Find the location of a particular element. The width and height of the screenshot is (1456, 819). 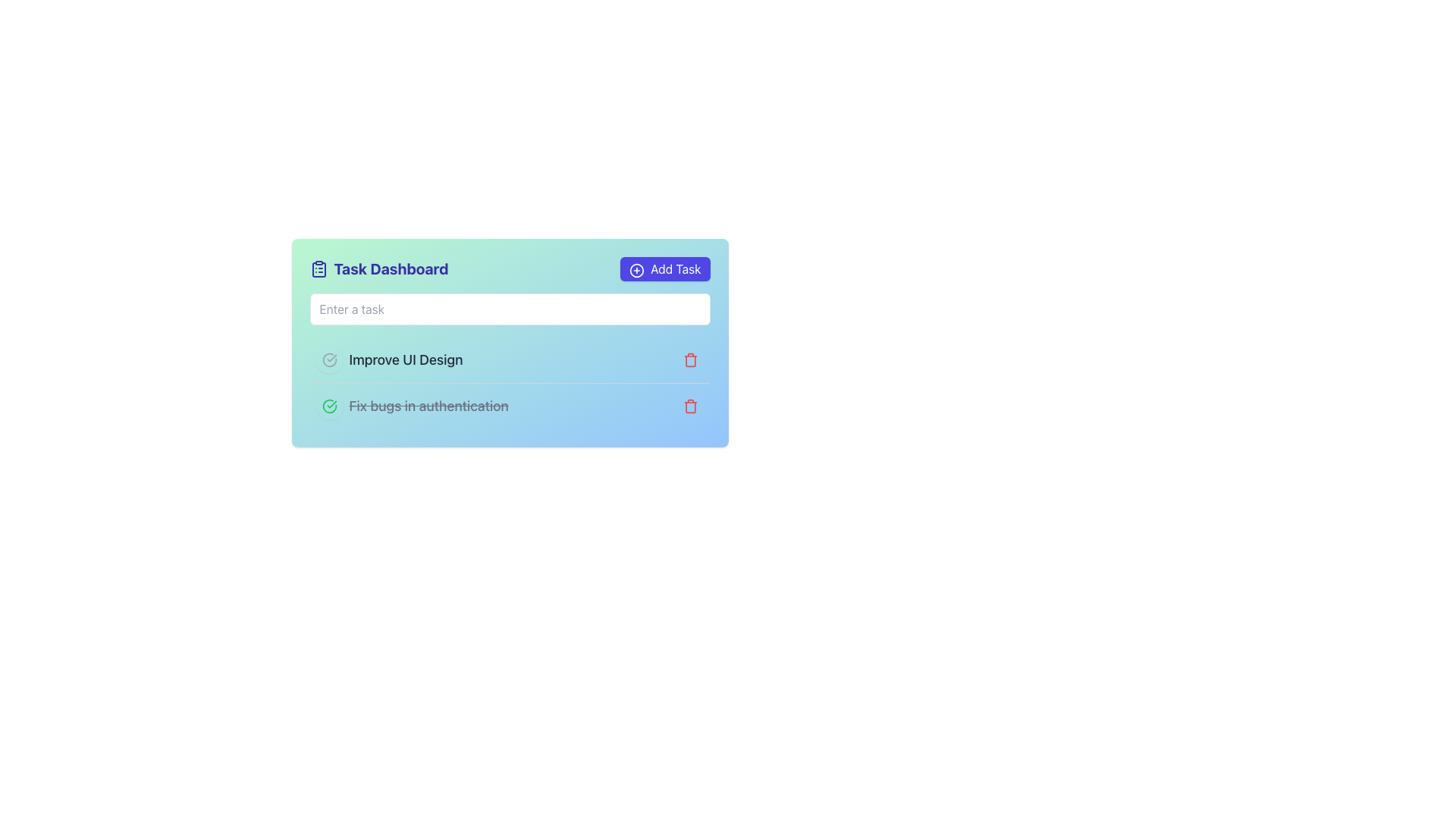

the circular icon with a plus sign is located at coordinates (637, 269).